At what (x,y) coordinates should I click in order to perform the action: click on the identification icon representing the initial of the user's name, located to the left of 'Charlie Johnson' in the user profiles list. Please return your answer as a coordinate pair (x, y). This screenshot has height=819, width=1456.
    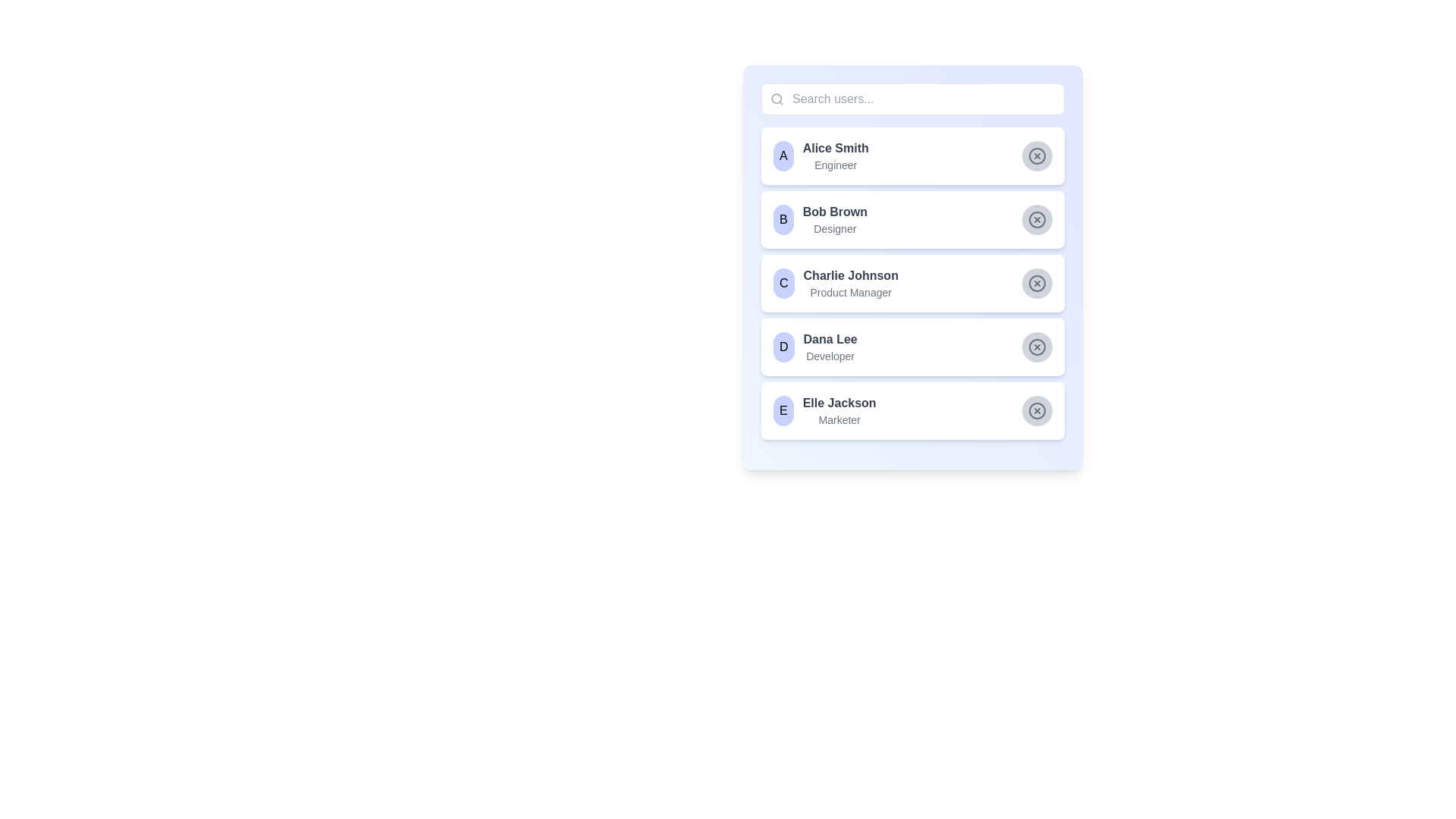
    Looking at the image, I should click on (783, 284).